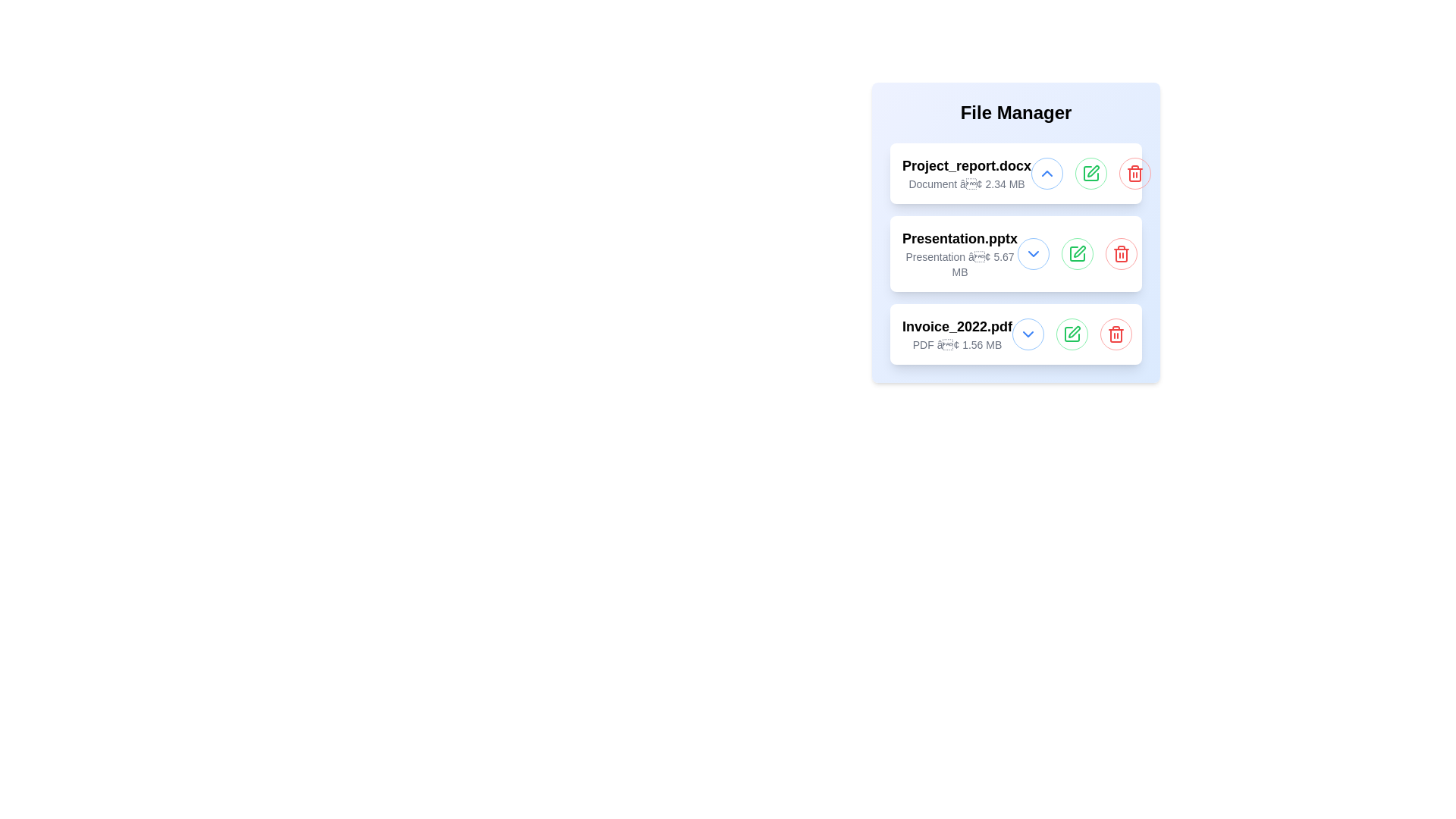 The width and height of the screenshot is (1456, 819). I want to click on delete button for the file named Invoice_2022.pdf, so click(1116, 333).